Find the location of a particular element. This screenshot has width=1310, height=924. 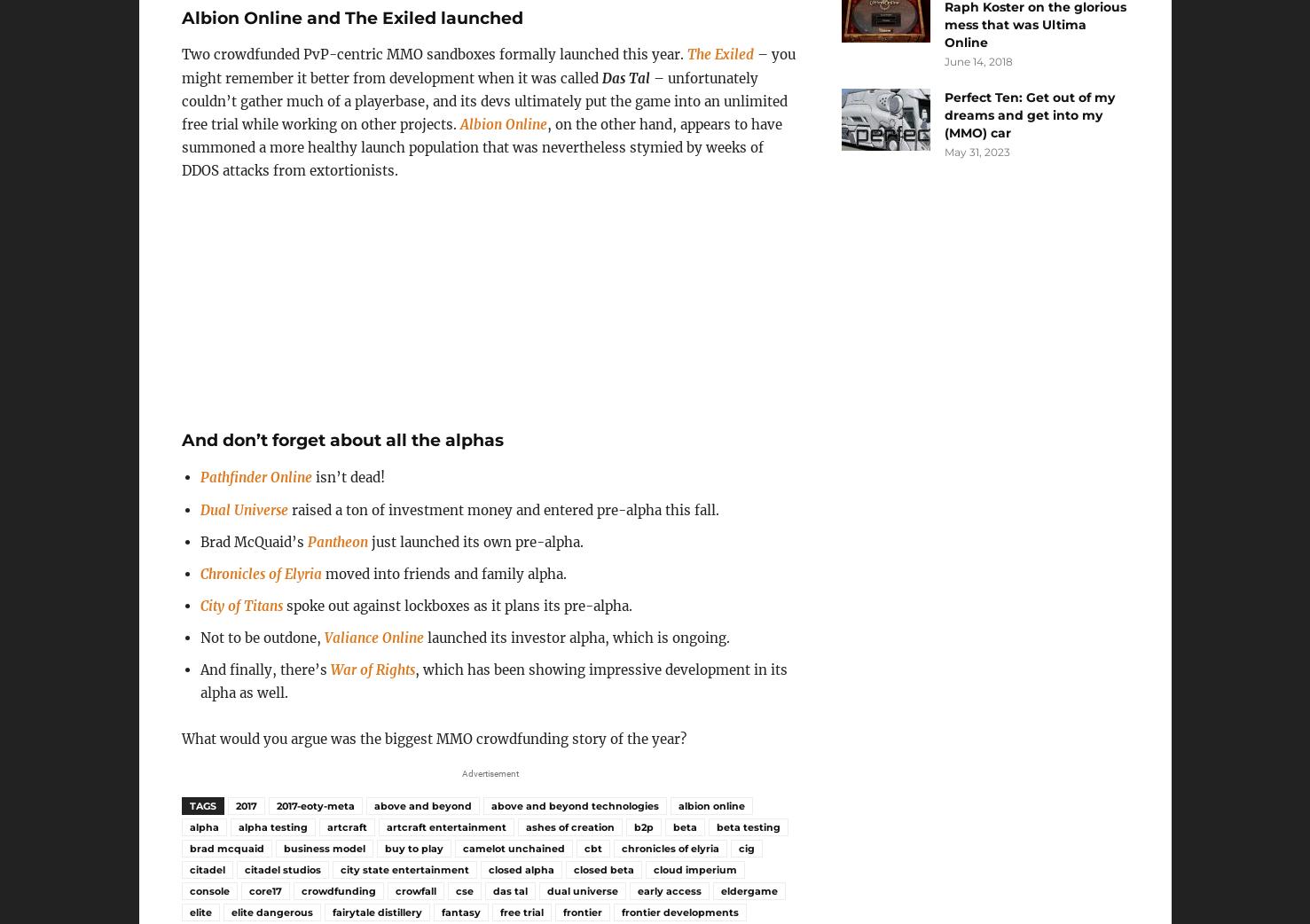

'Pantheon' is located at coordinates (336, 541).